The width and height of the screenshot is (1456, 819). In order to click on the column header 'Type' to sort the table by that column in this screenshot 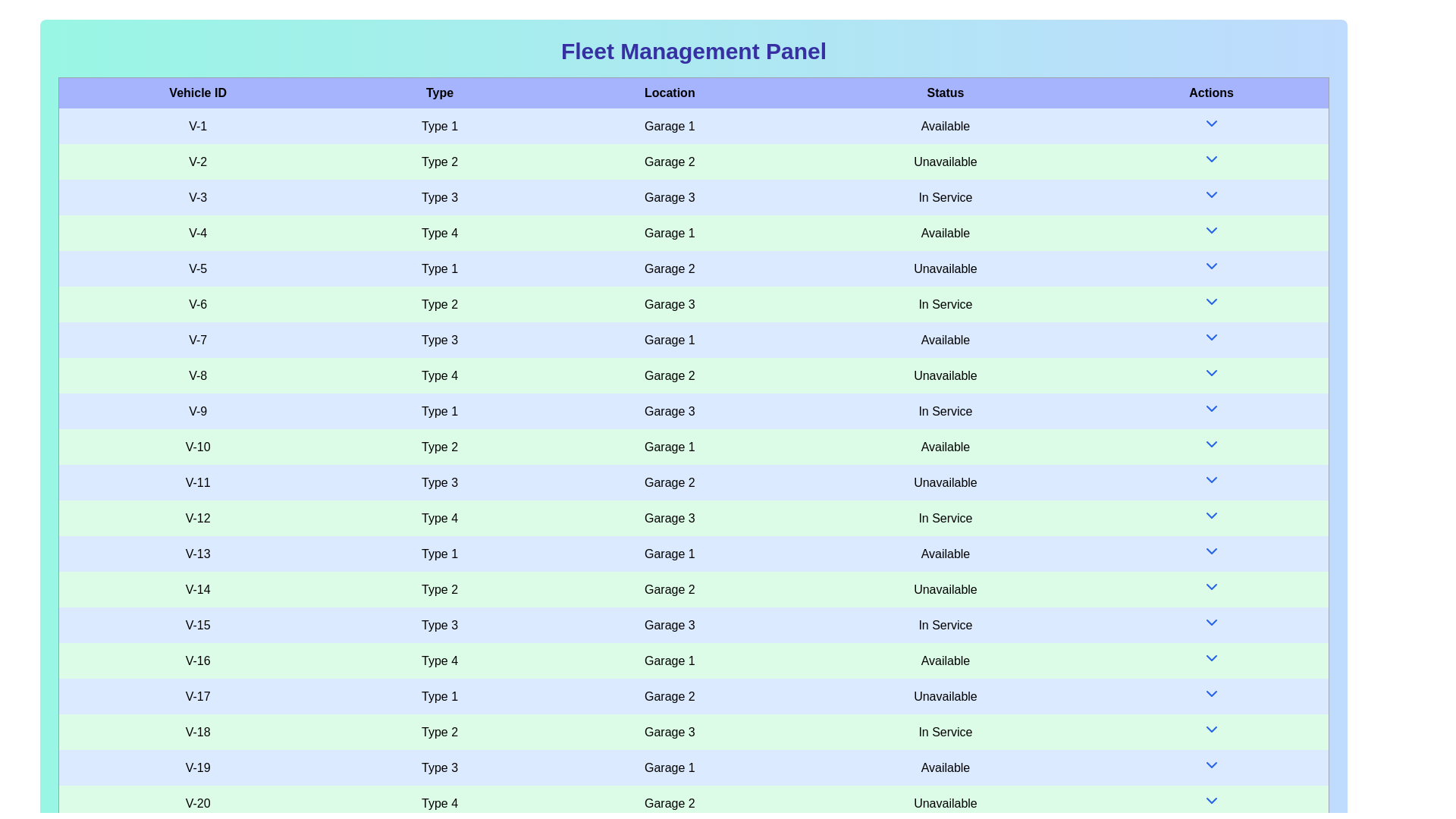, I will do `click(439, 93)`.